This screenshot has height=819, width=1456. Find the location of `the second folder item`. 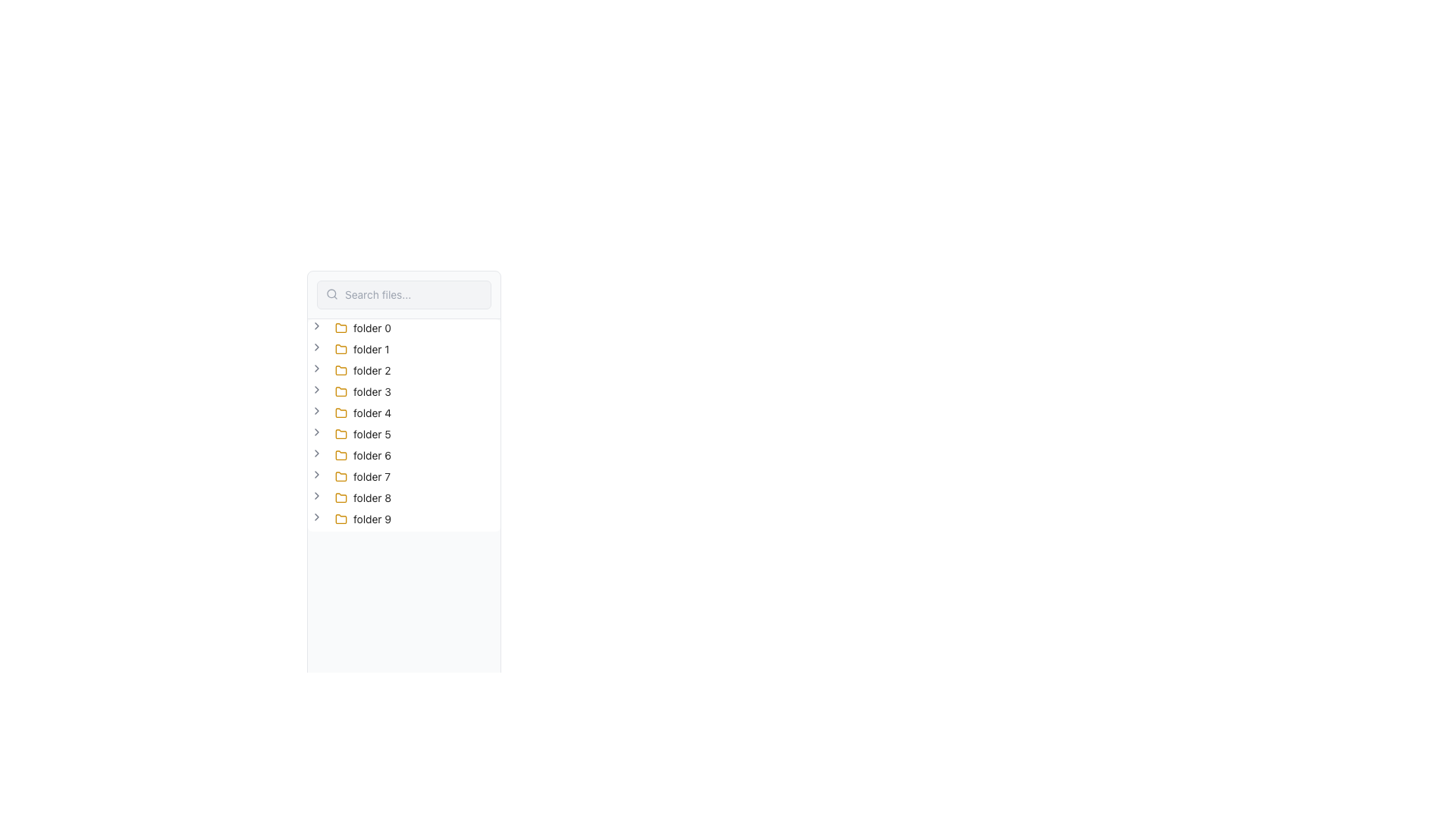

the second folder item is located at coordinates (361, 350).